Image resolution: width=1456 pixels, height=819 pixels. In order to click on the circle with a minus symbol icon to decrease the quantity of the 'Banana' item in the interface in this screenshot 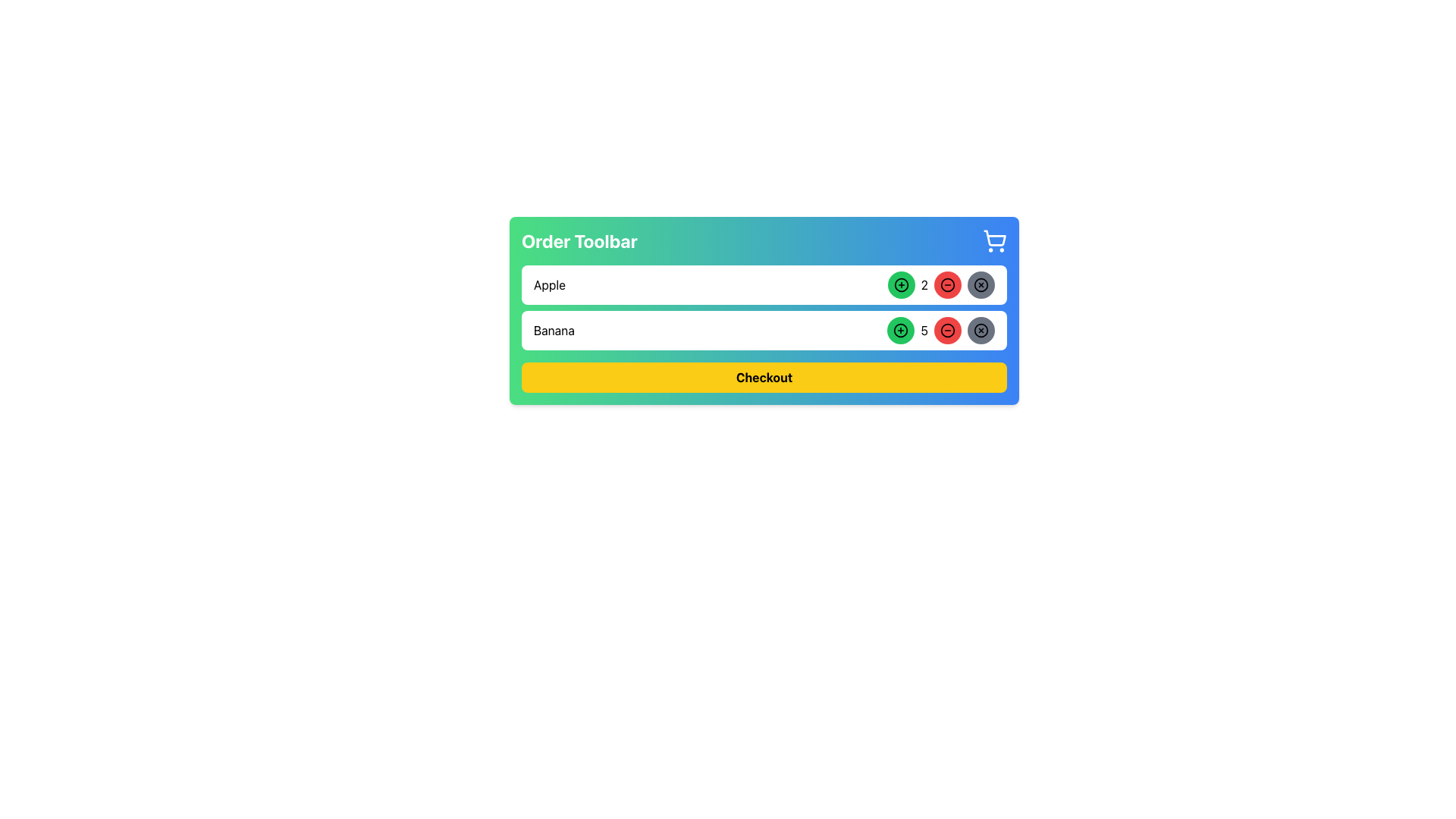, I will do `click(946, 329)`.